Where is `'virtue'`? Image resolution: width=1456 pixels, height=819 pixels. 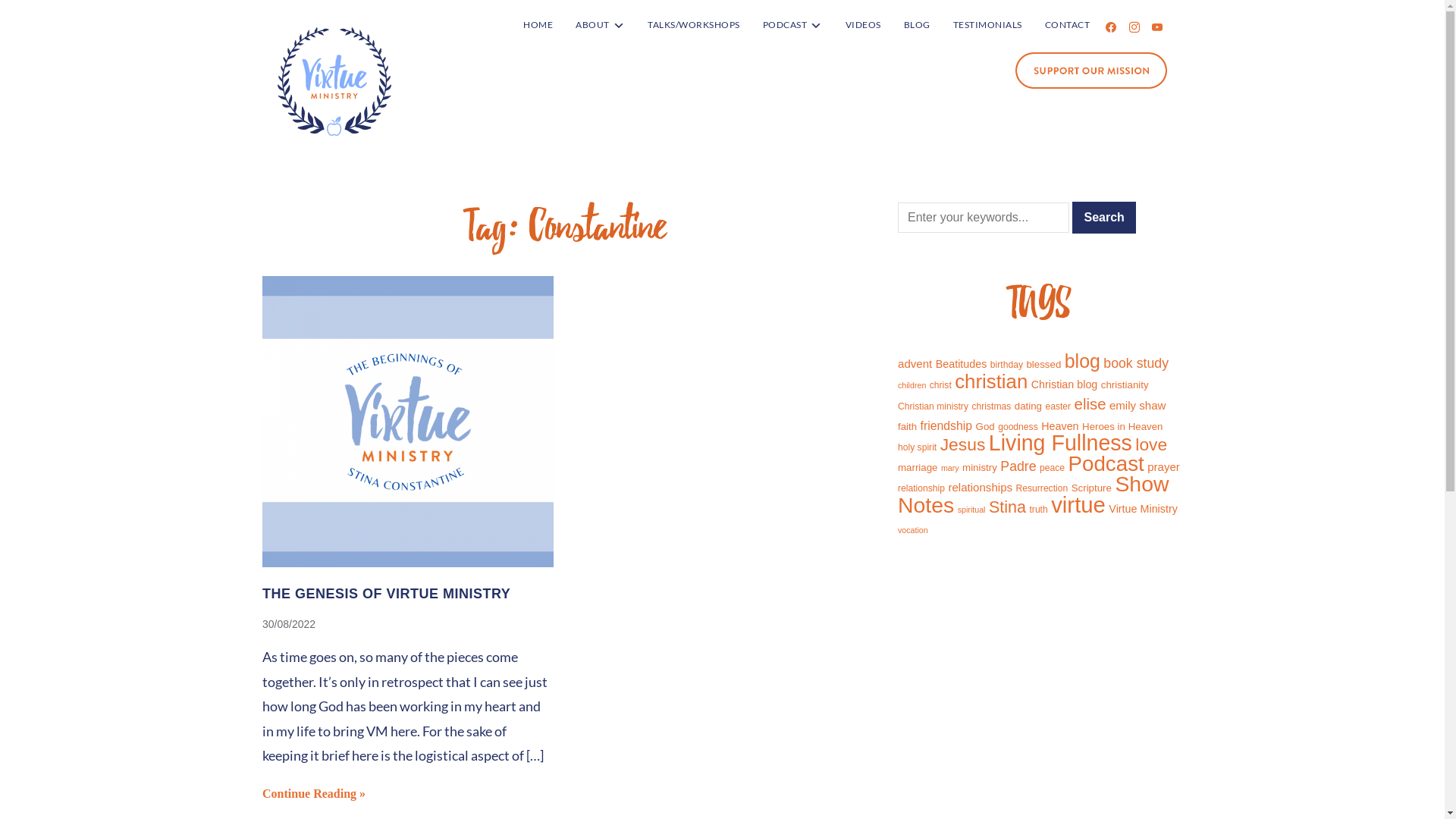 'virtue' is located at coordinates (1077, 504).